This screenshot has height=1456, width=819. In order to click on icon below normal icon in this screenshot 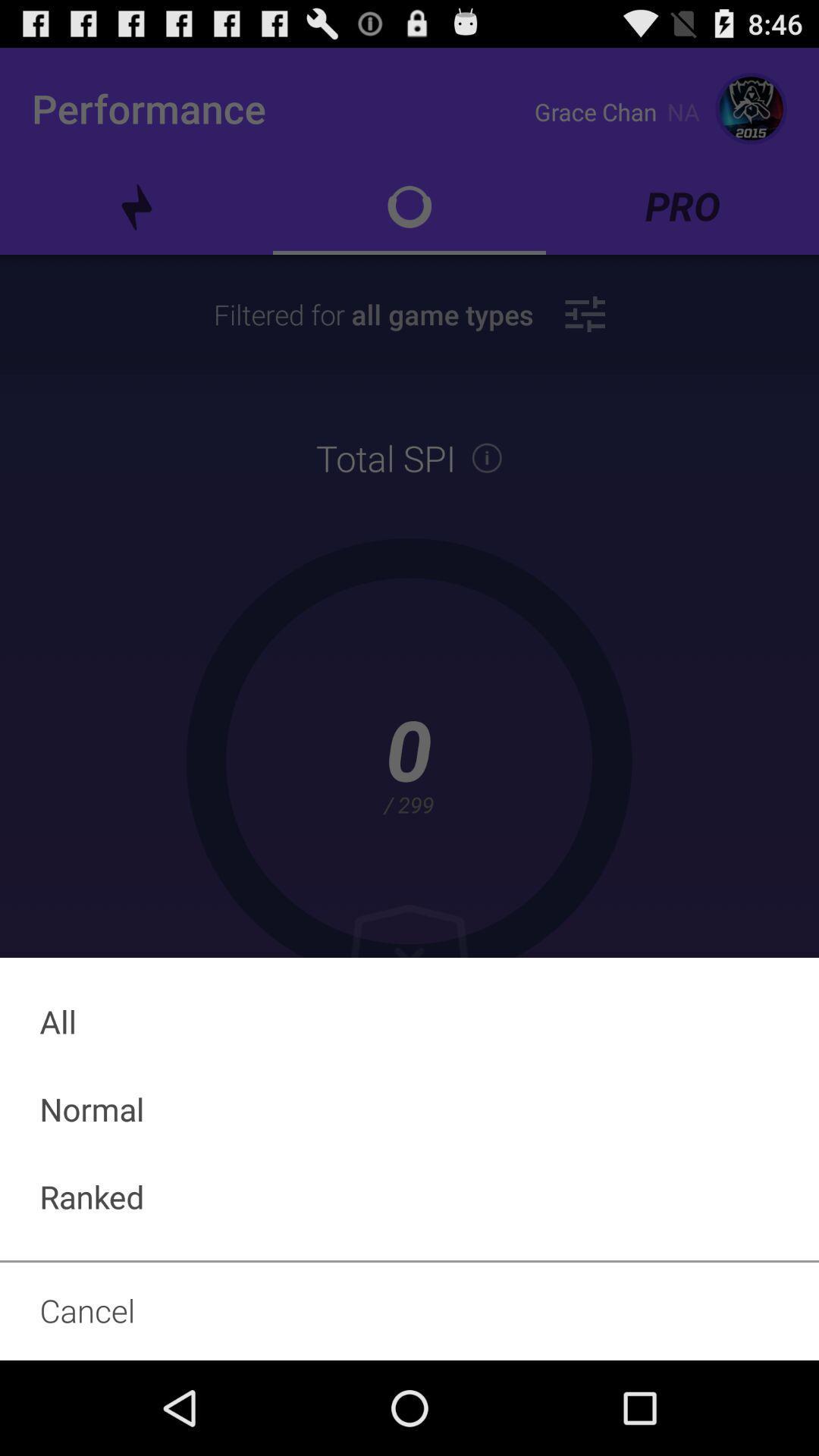, I will do `click(409, 1196)`.